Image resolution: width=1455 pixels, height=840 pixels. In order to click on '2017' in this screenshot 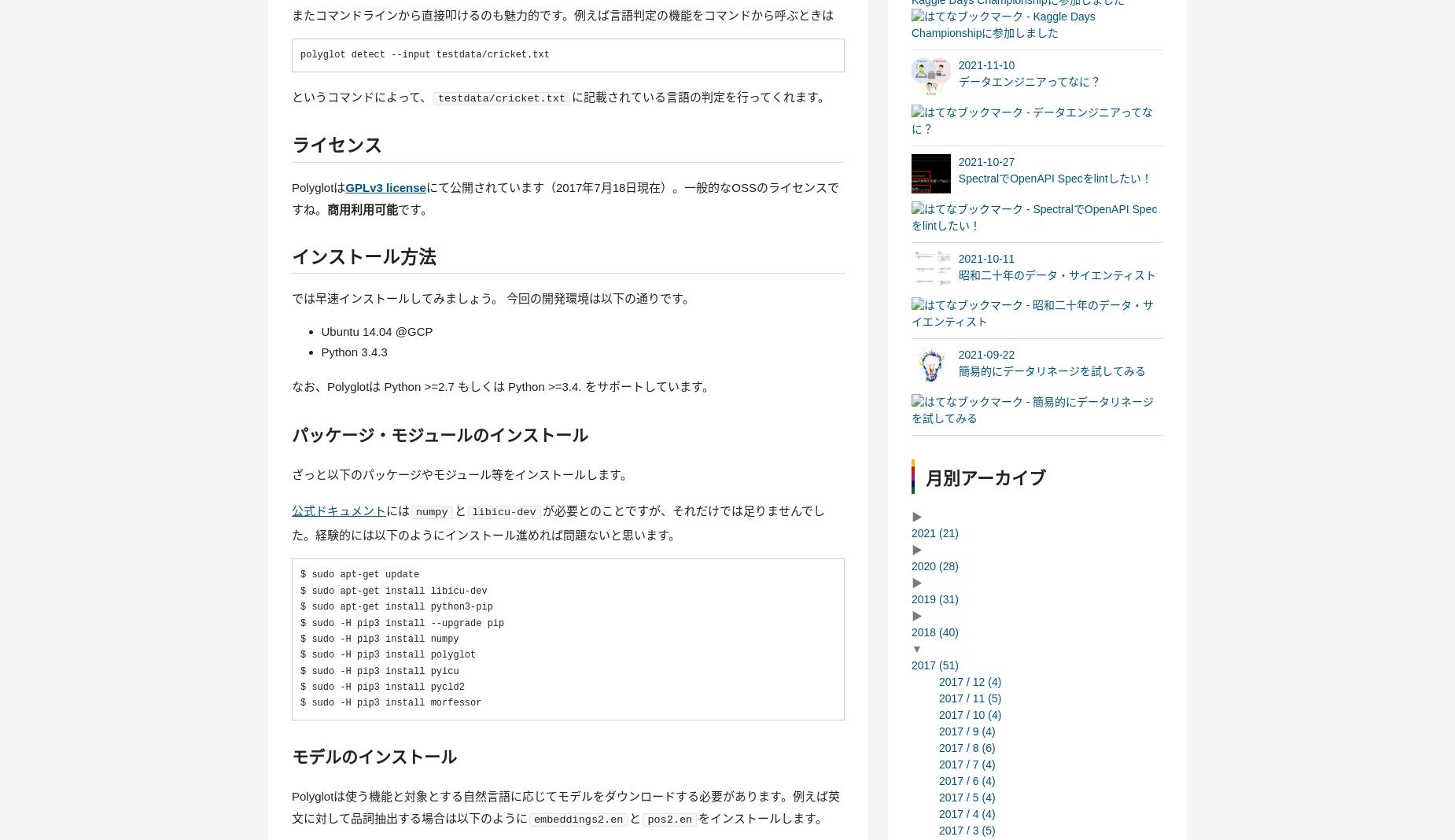, I will do `click(924, 664)`.